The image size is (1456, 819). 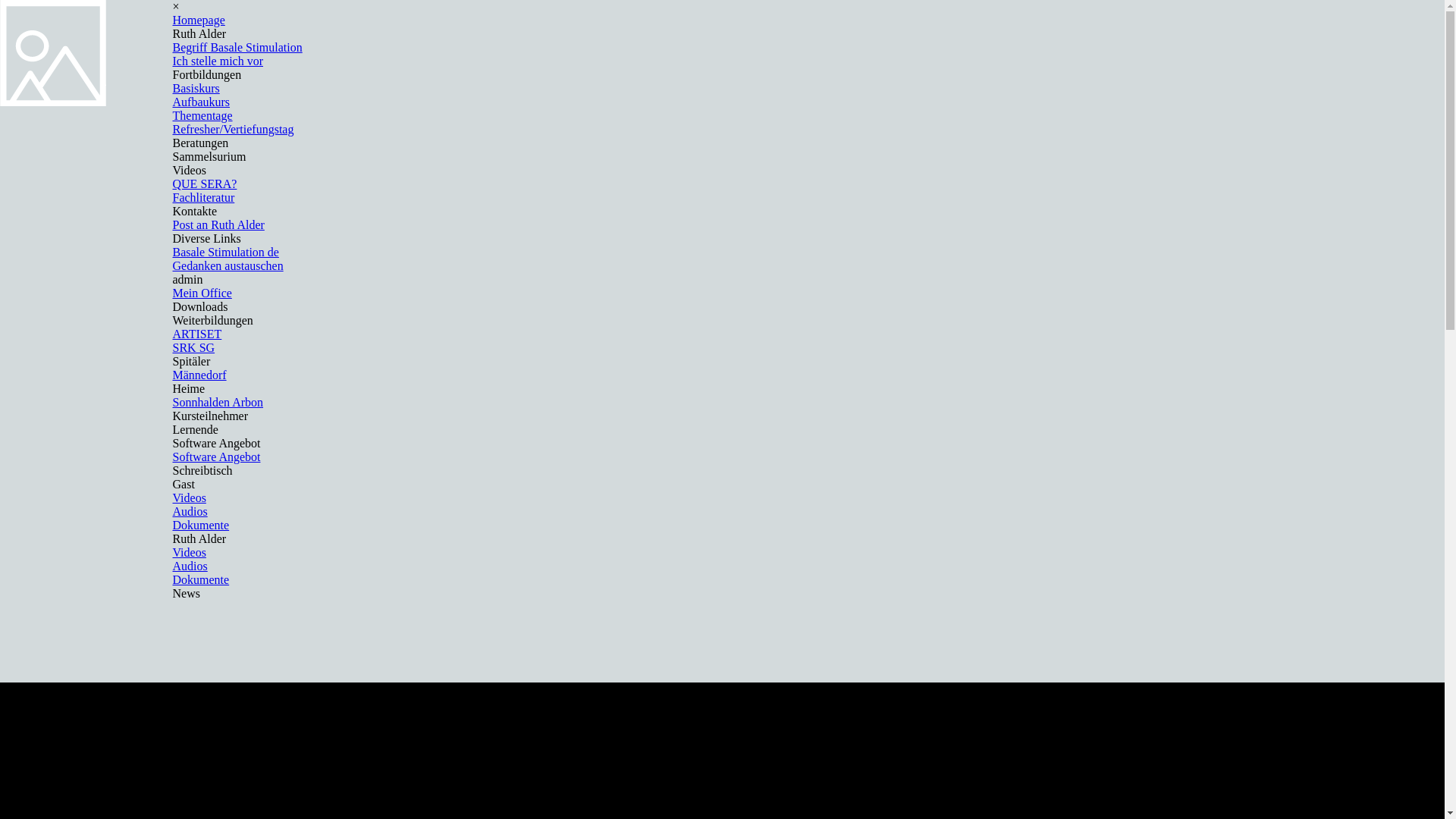 I want to click on 'Ich stelle mich vor', so click(x=218, y=60).